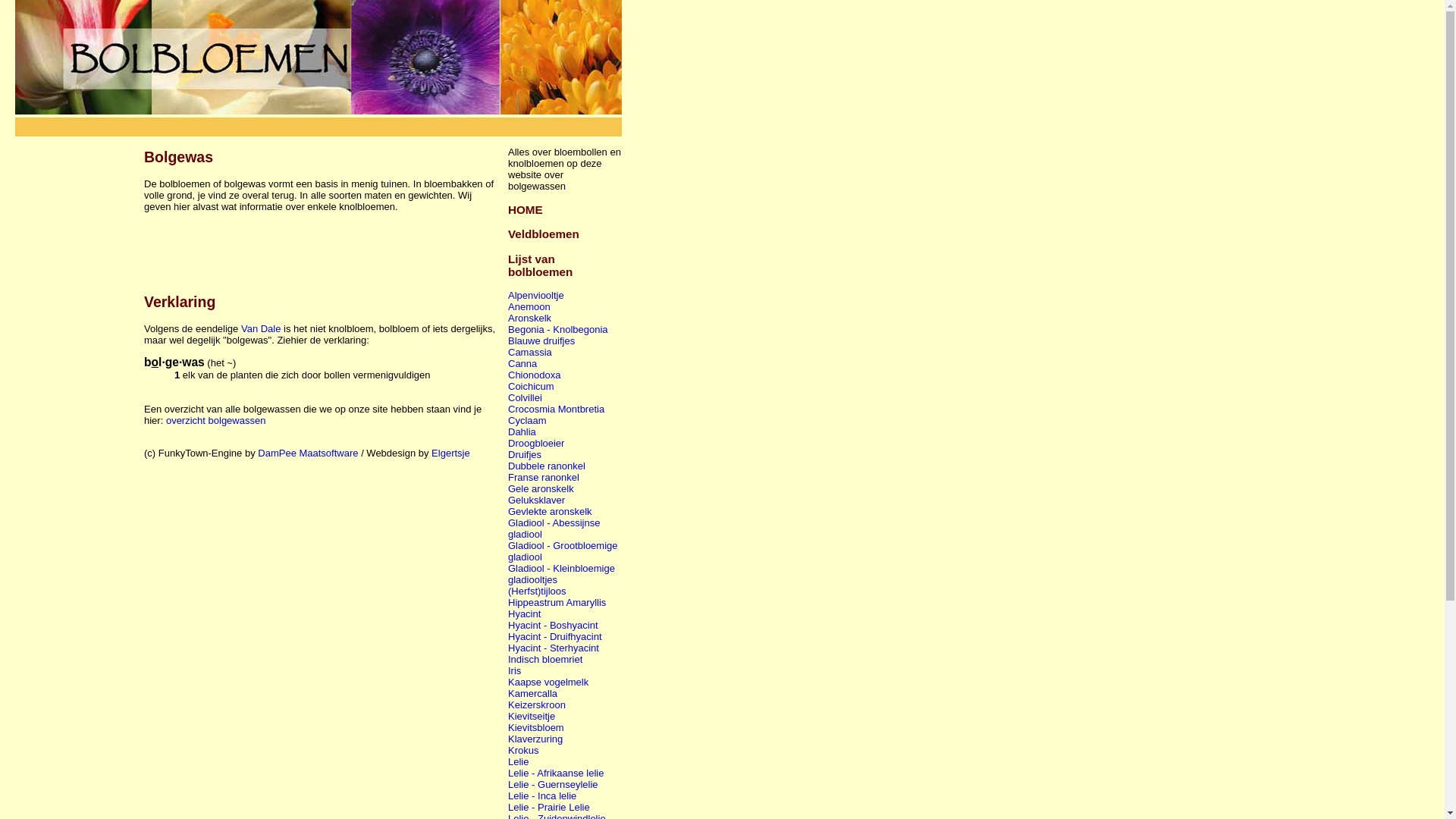 Image resolution: width=1456 pixels, height=819 pixels. I want to click on 'Gladiool - Abessijnse gladiool', so click(553, 528).